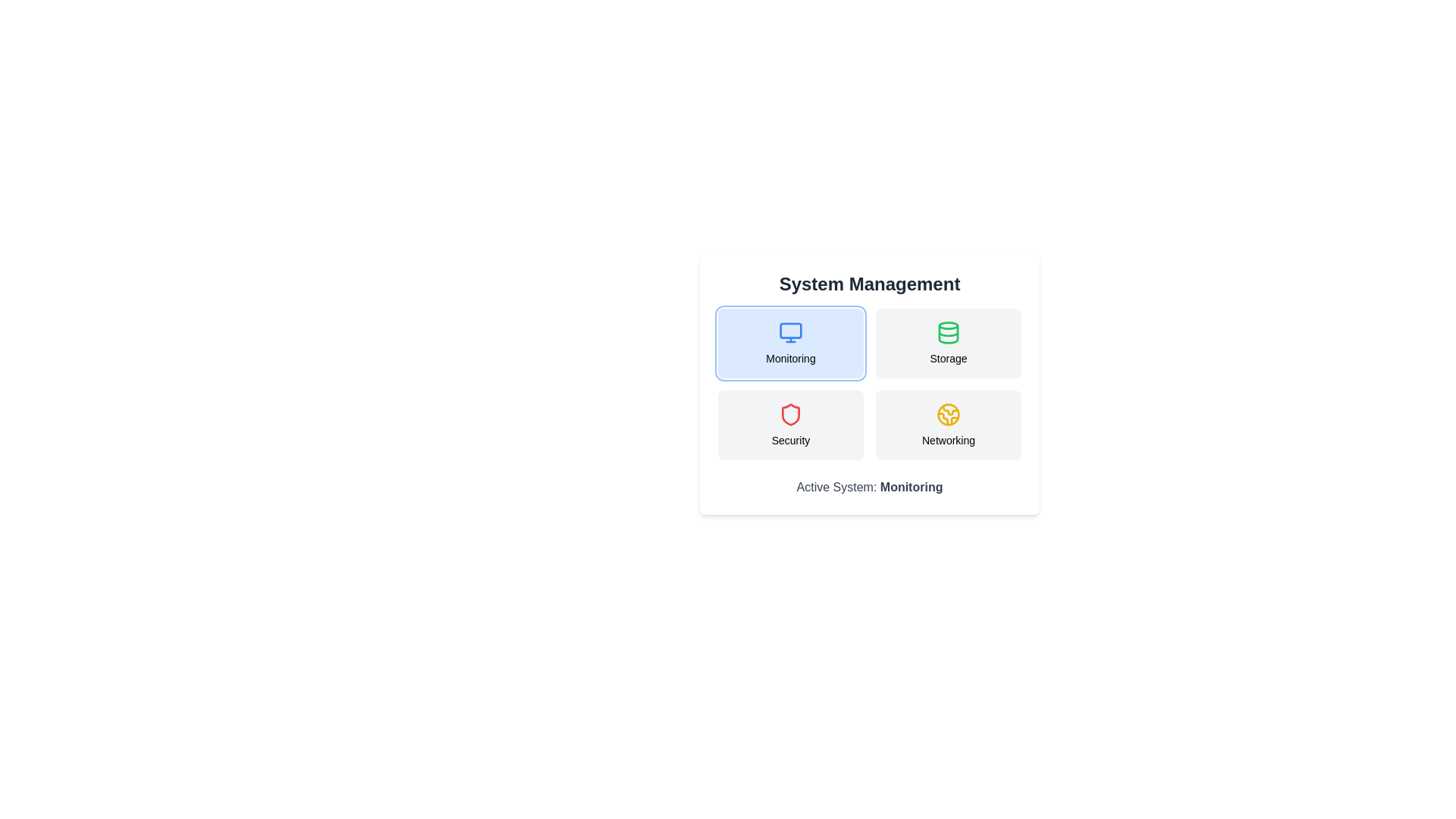 The height and width of the screenshot is (819, 1456). What do you see at coordinates (948, 425) in the screenshot?
I see `the button corresponding to the system category Networking` at bounding box center [948, 425].